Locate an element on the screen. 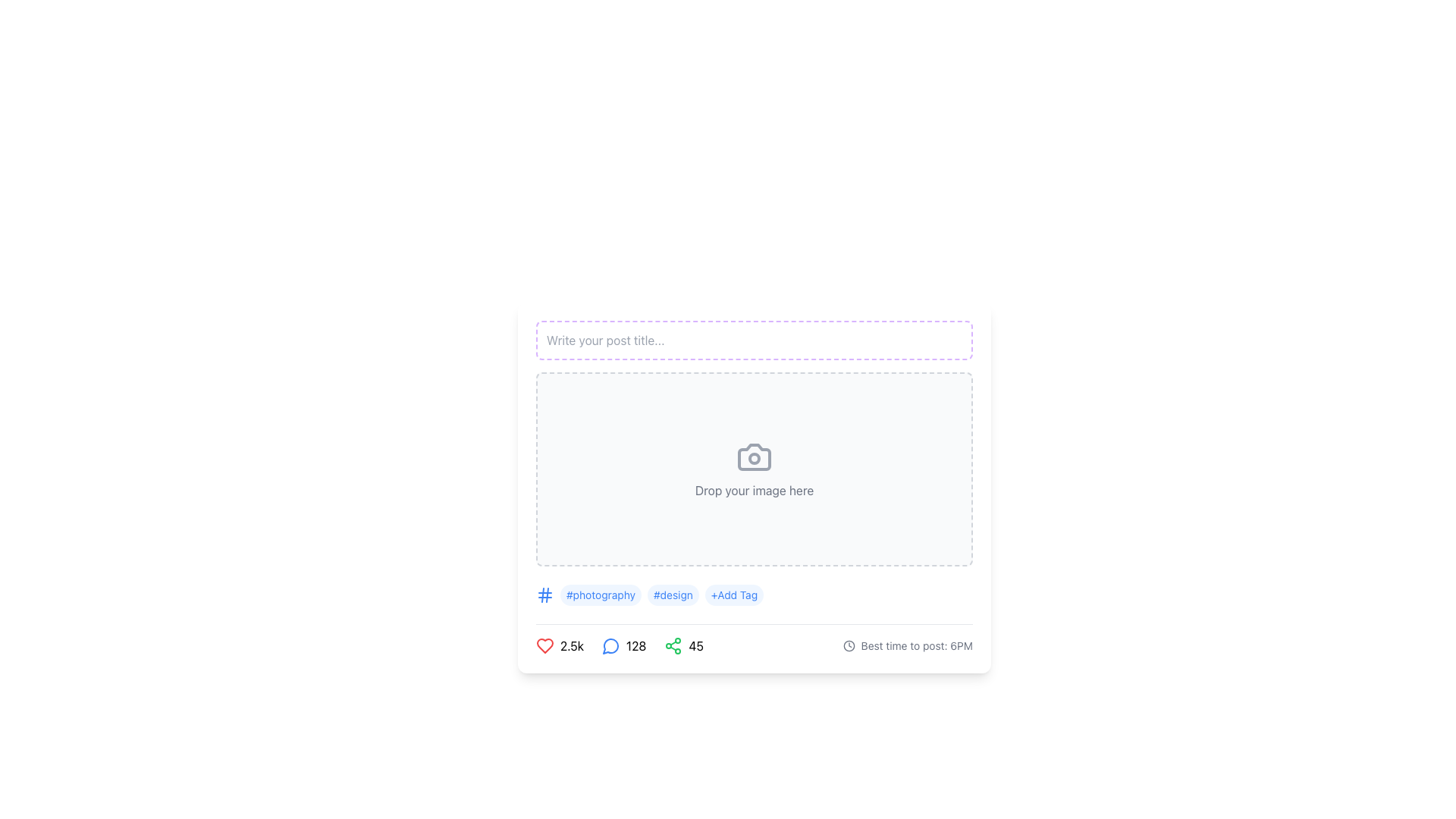 Image resolution: width=1456 pixels, height=819 pixels. the share icon located in the lower section of the interface, adjacent to the numeric indicator '45' is located at coordinates (673, 646).